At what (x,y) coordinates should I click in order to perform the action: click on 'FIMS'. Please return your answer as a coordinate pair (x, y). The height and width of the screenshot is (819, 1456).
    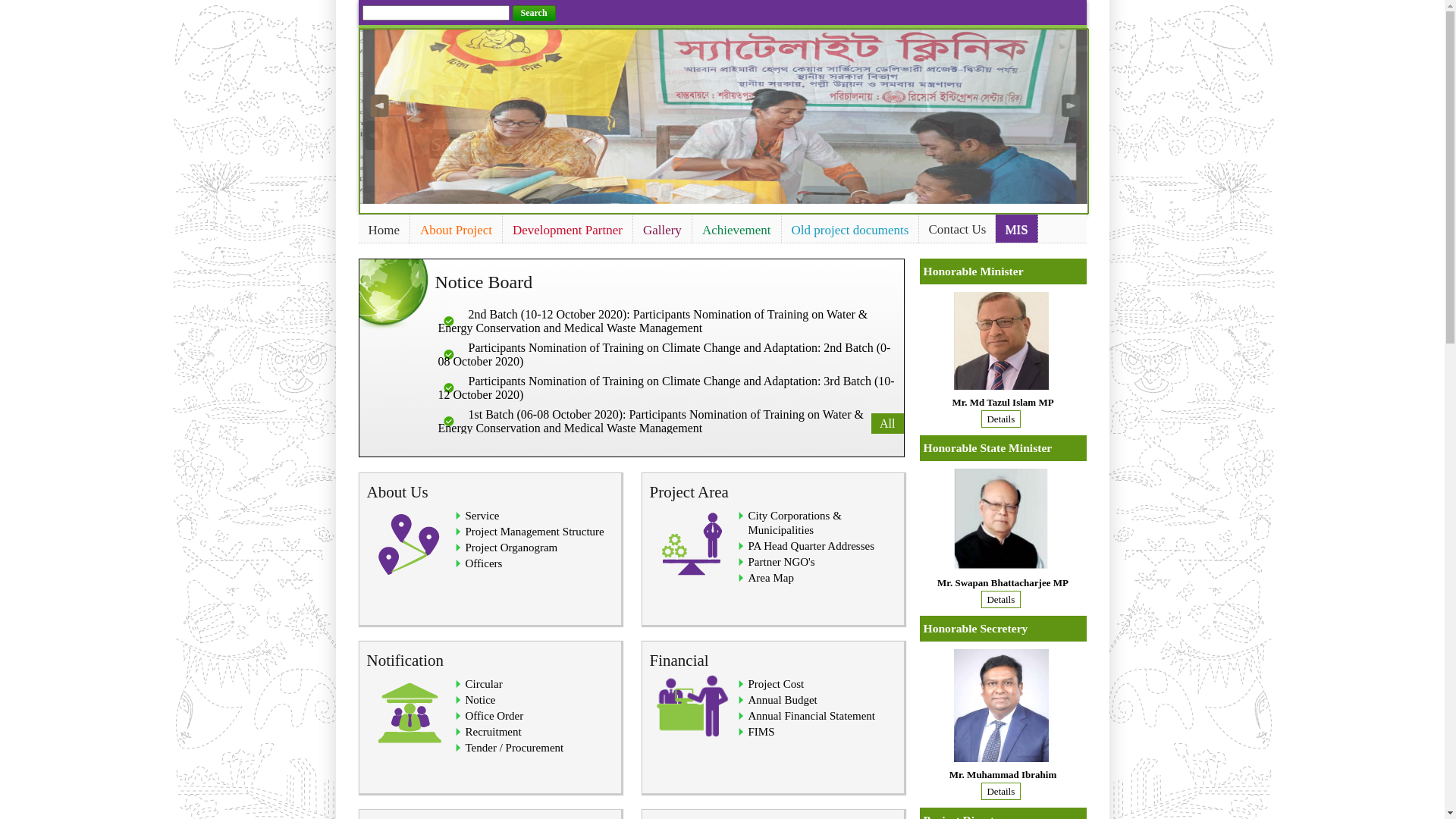
    Looking at the image, I should click on (747, 730).